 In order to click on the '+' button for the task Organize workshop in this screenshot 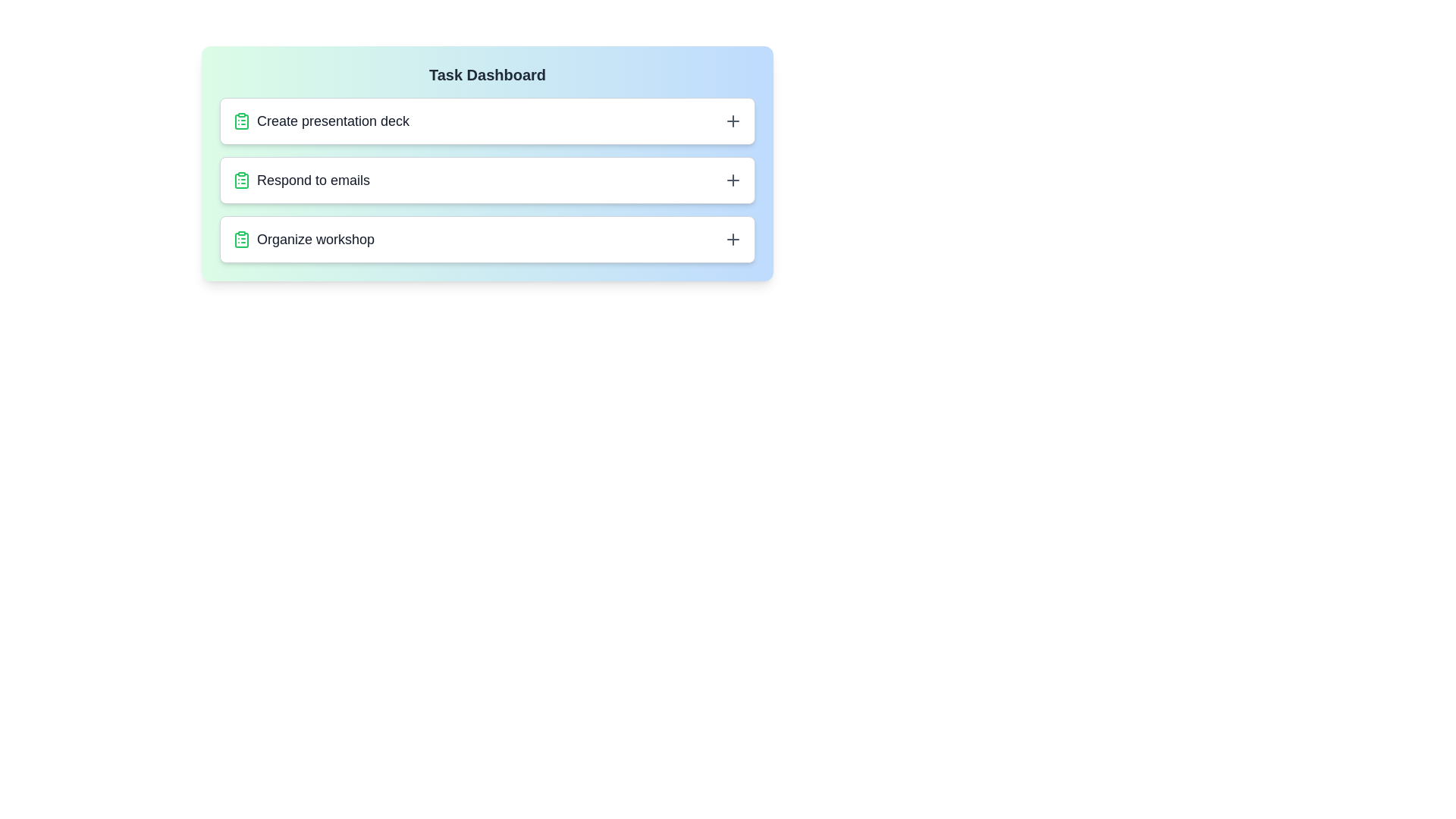, I will do `click(733, 239)`.